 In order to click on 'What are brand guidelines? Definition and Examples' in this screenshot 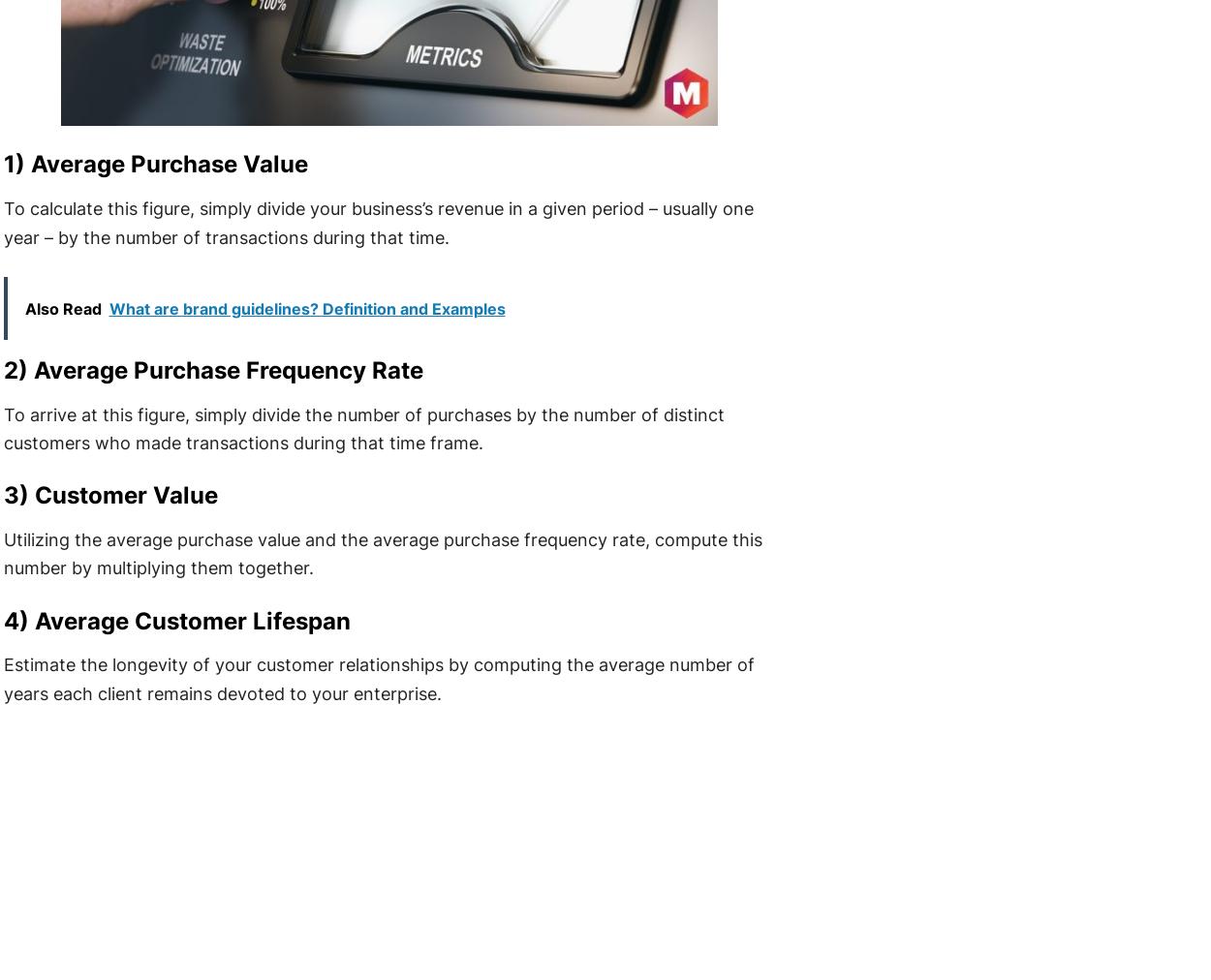, I will do `click(305, 306)`.